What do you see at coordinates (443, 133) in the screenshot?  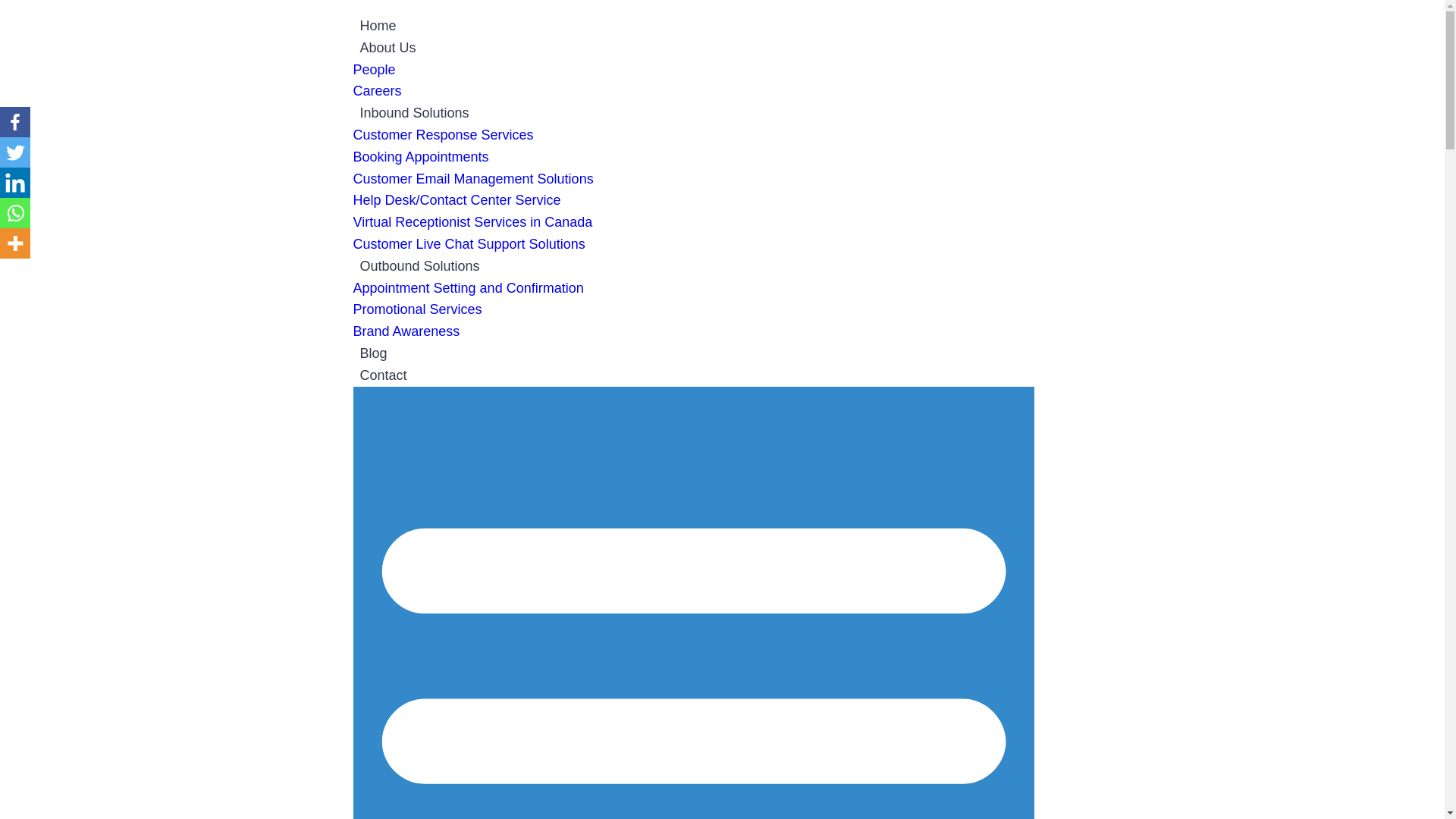 I see `'Customer Response Services'` at bounding box center [443, 133].